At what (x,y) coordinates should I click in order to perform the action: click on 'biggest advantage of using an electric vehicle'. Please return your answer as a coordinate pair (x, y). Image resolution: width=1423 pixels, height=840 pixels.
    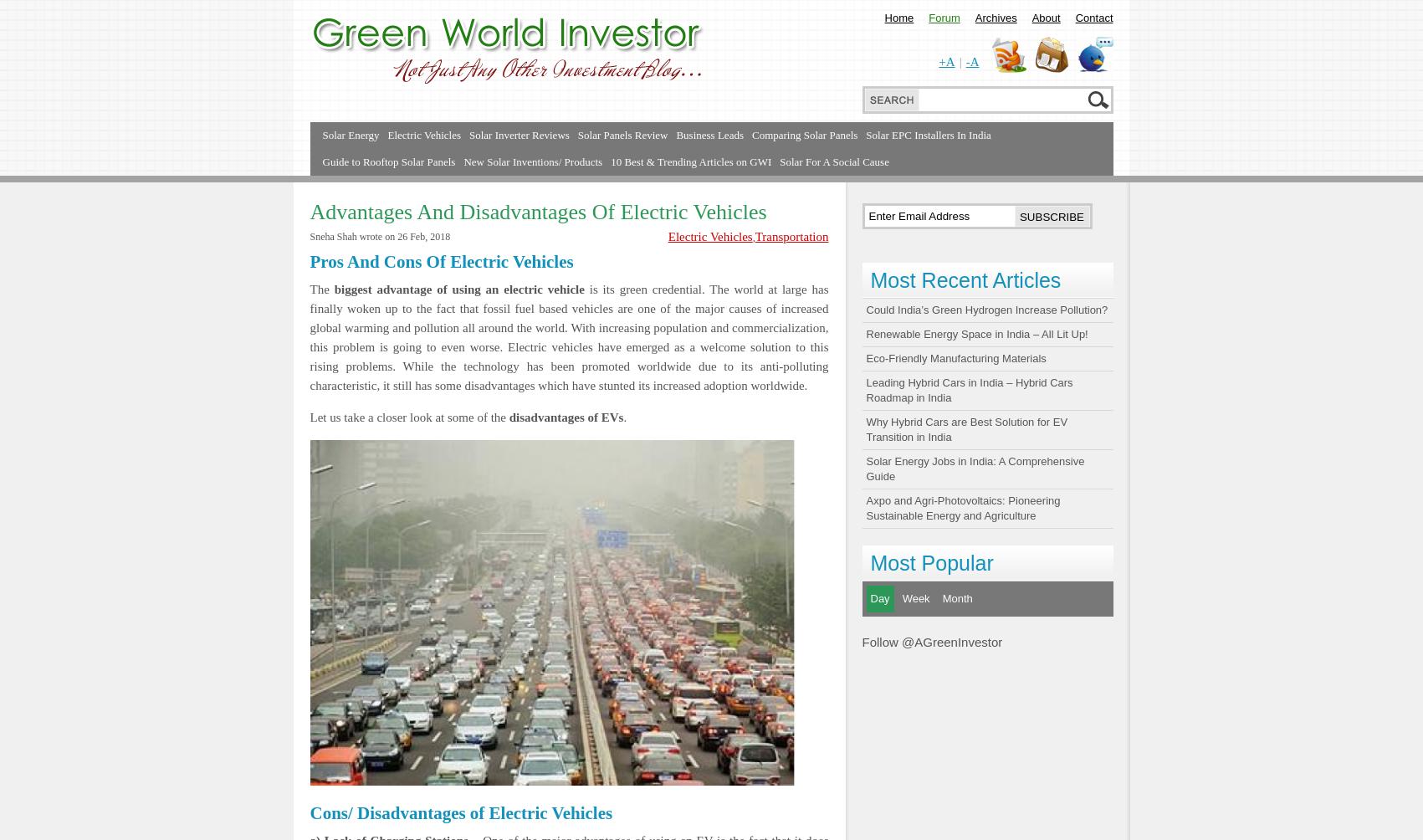
    Looking at the image, I should click on (333, 289).